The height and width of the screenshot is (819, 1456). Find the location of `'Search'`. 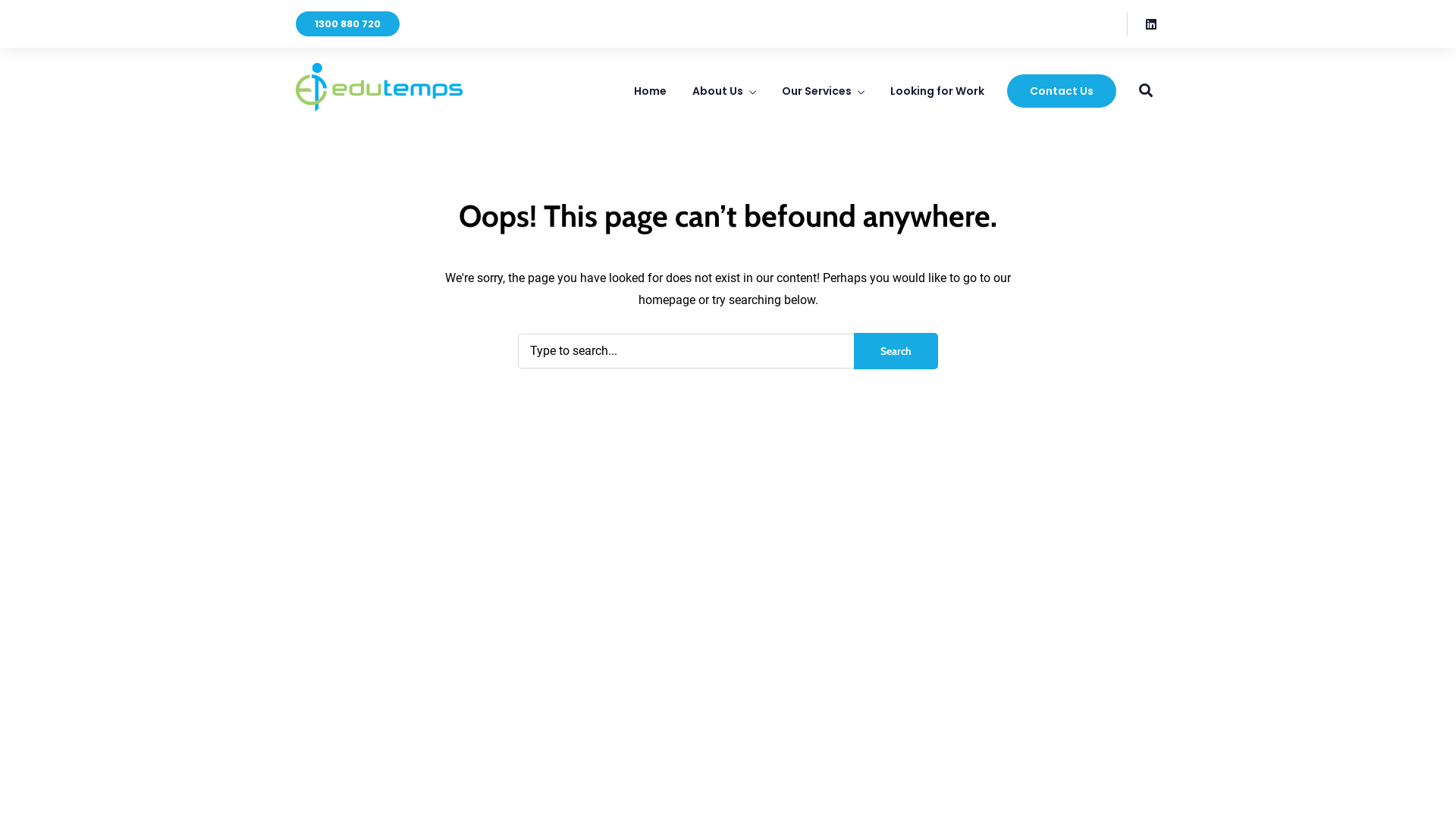

'Search' is located at coordinates (896, 350).